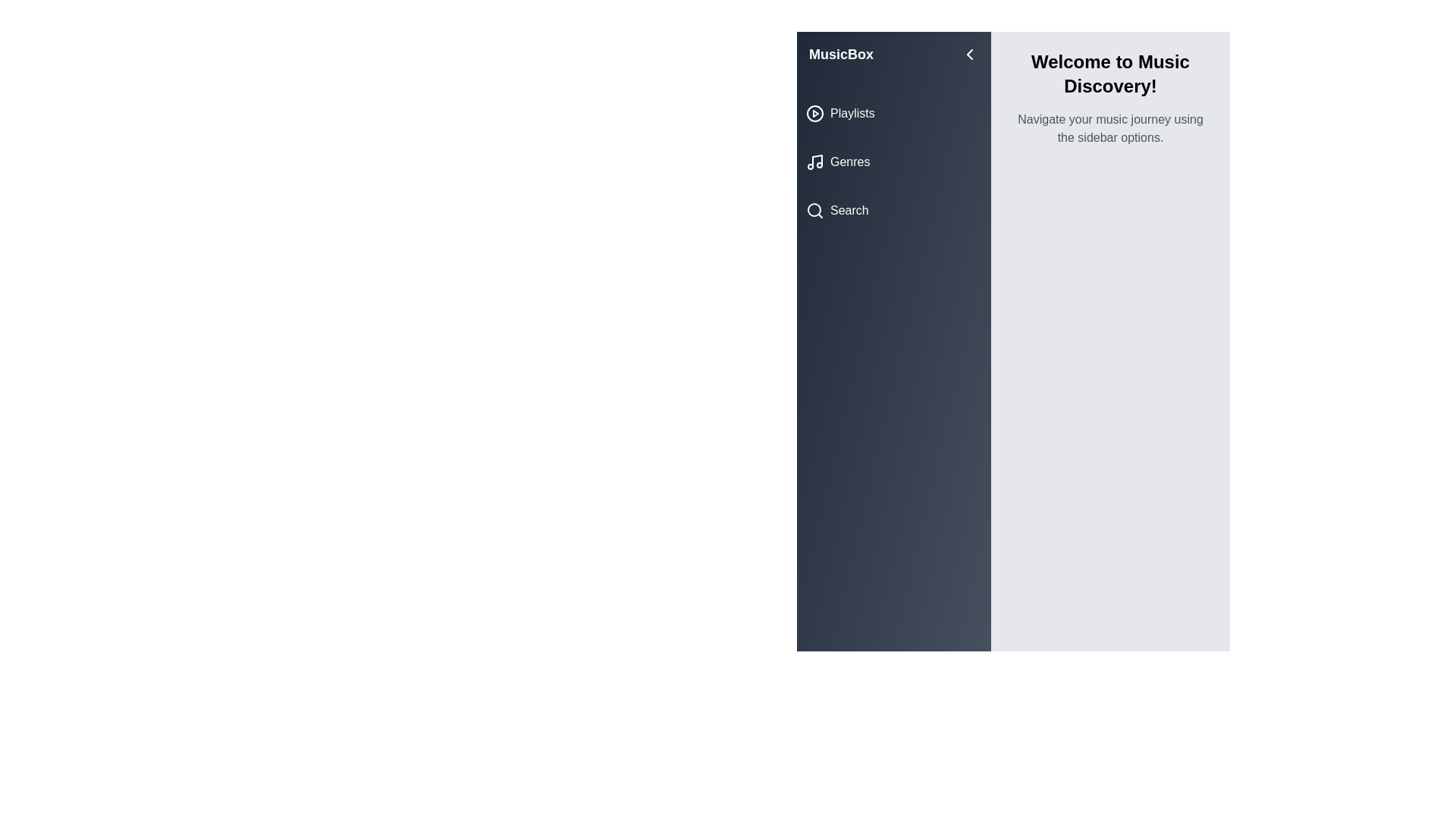 This screenshot has width=1456, height=819. Describe the element at coordinates (894, 210) in the screenshot. I see `the music category Search from the sidebar` at that location.